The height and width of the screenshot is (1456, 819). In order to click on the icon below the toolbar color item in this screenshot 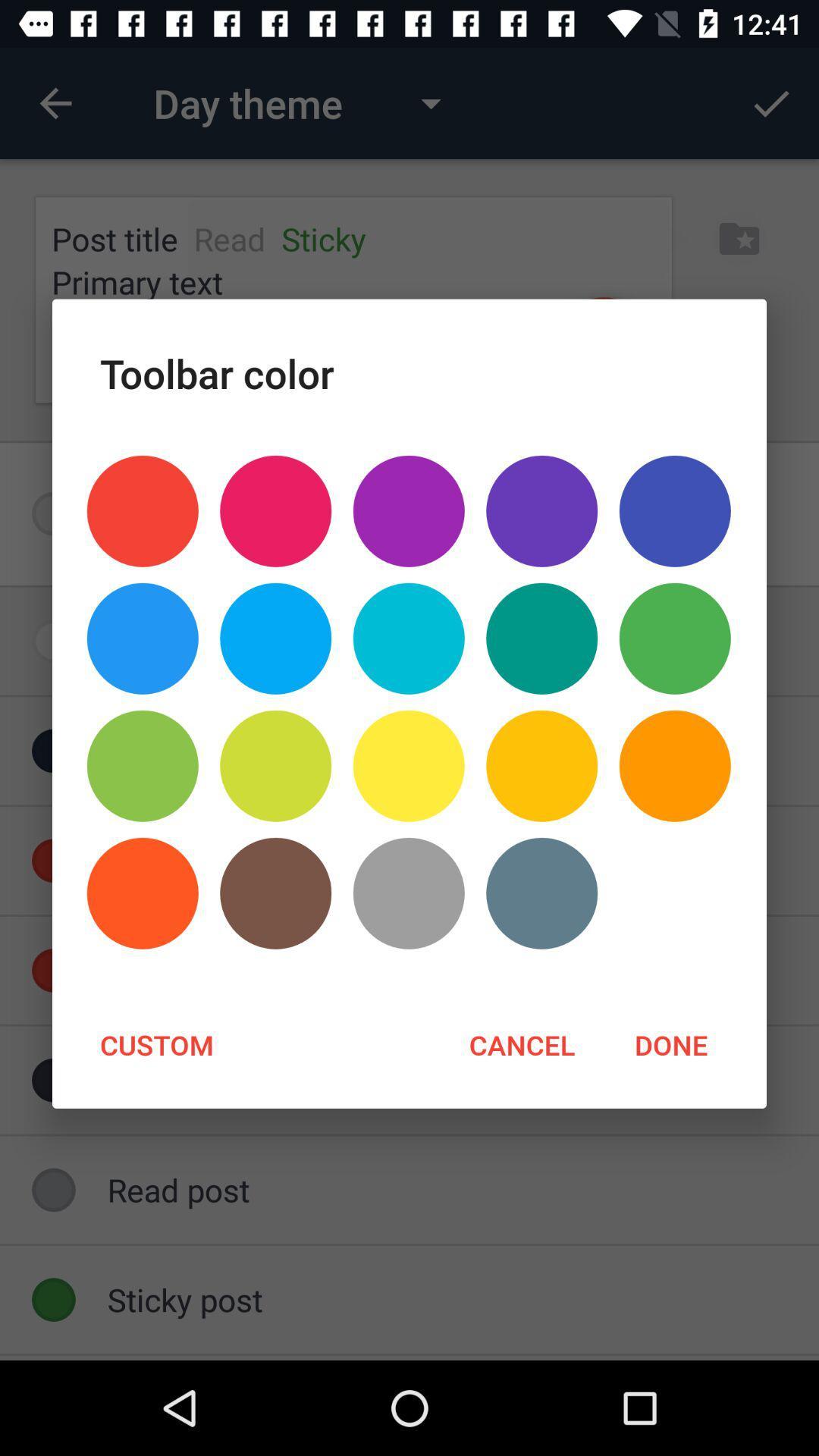, I will do `click(541, 511)`.